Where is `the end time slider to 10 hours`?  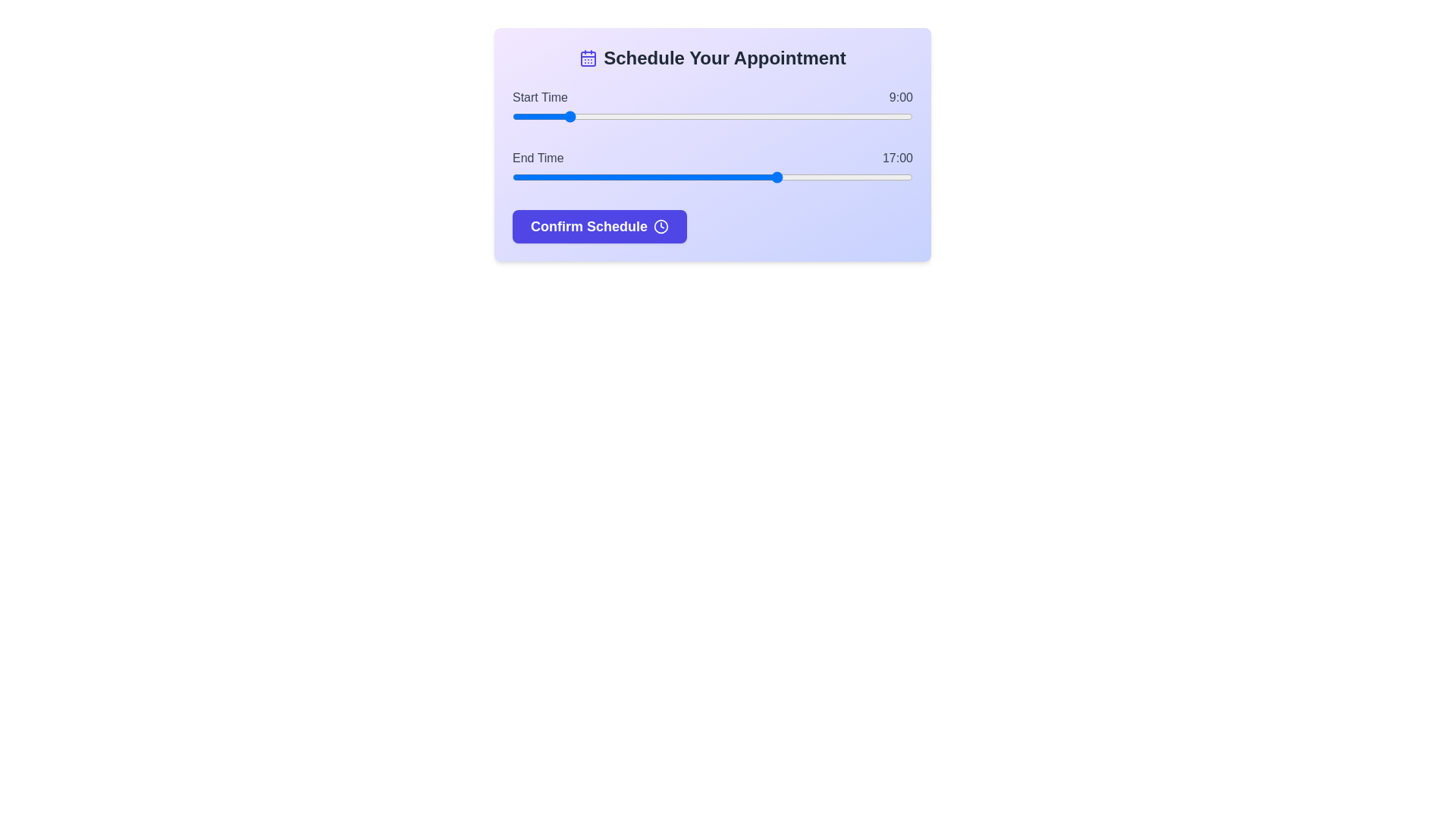 the end time slider to 10 hours is located at coordinates (591, 177).